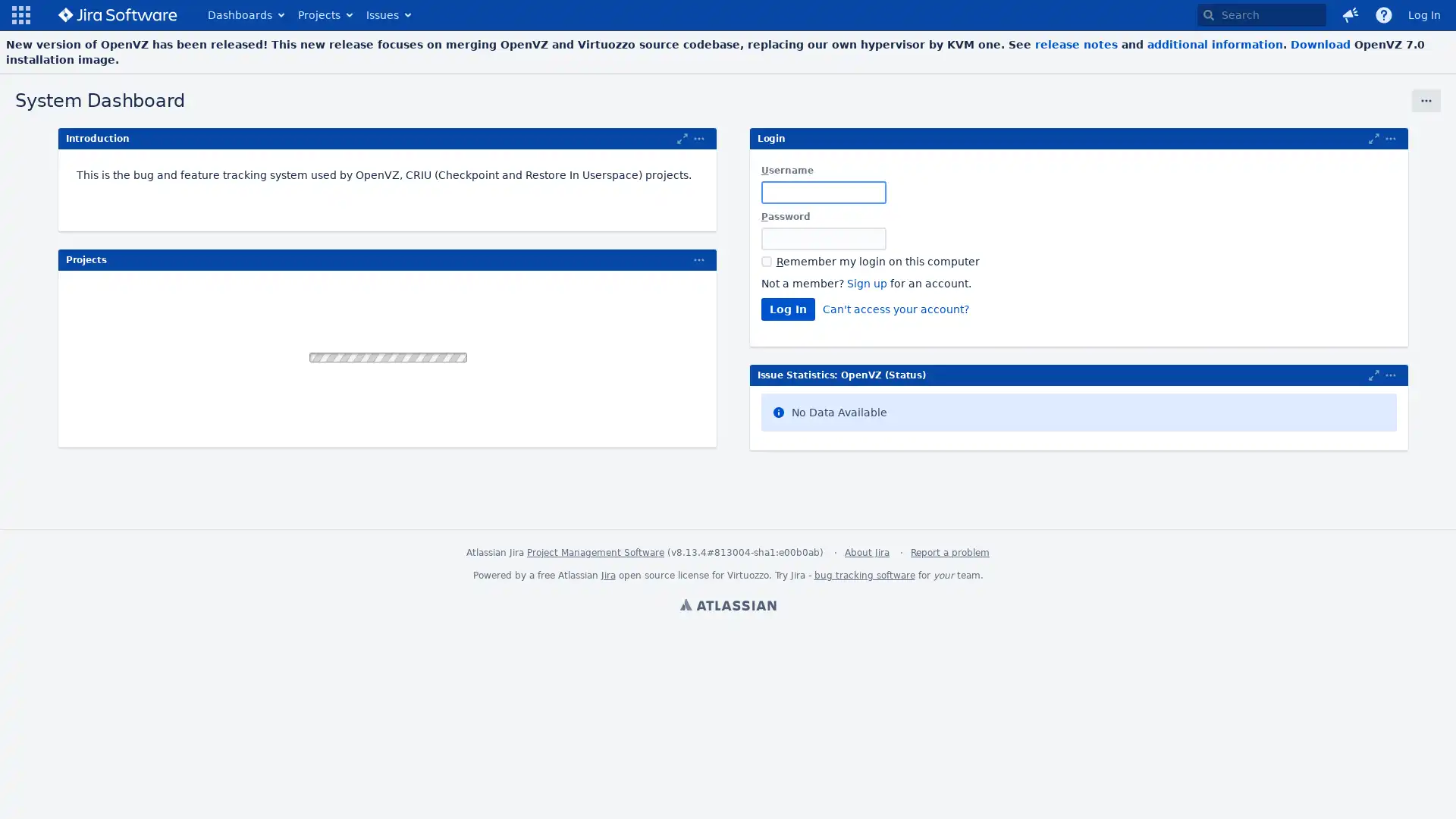 This screenshot has width=1456, height=819. Describe the element at coordinates (1390, 375) in the screenshot. I see `Maximize` at that location.